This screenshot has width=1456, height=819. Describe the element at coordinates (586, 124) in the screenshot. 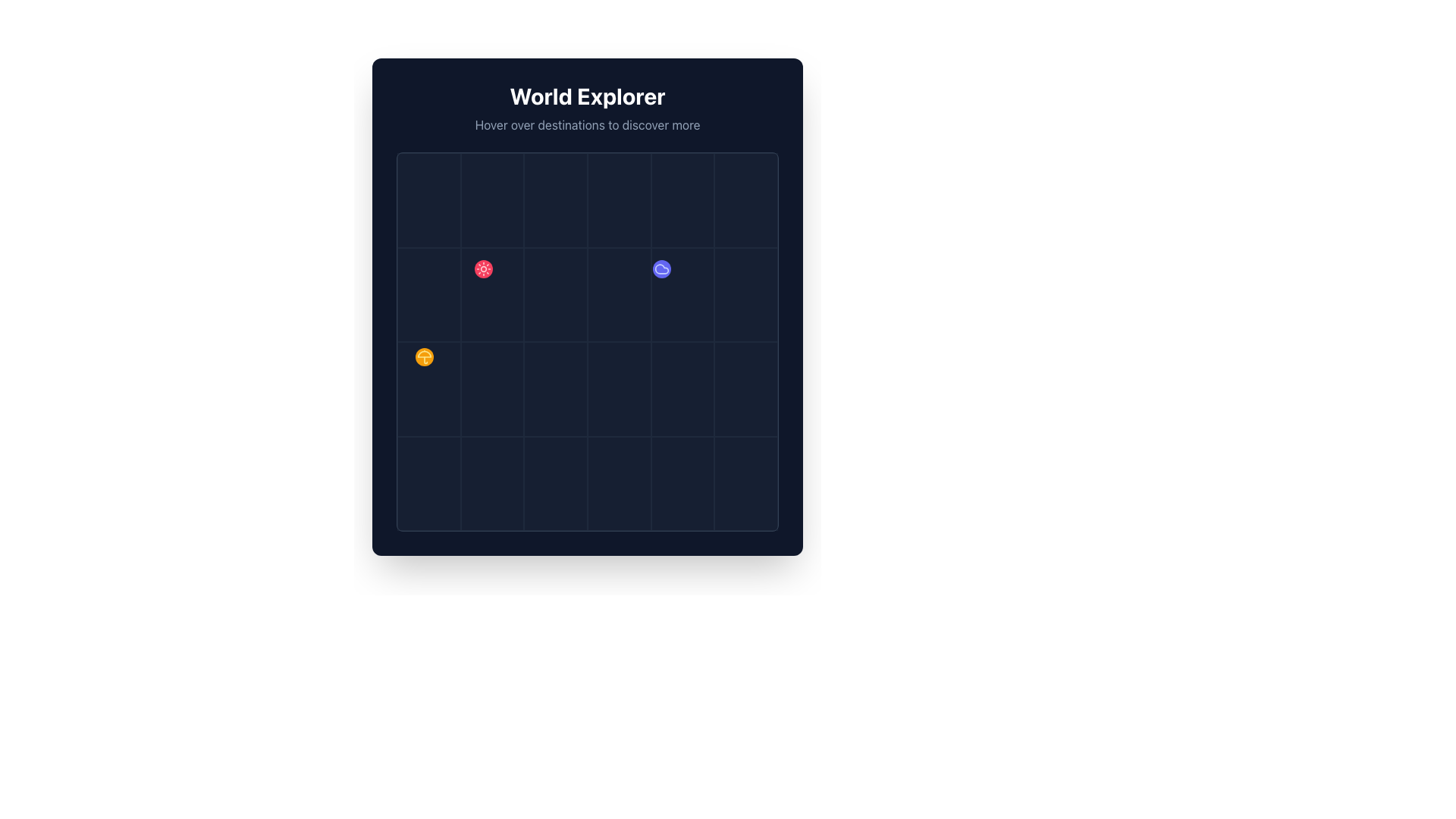

I see `the text element that says 'Hover over destinations to discover more', which is styled in light gray and located centrally below the 'World Explorer' heading` at that location.